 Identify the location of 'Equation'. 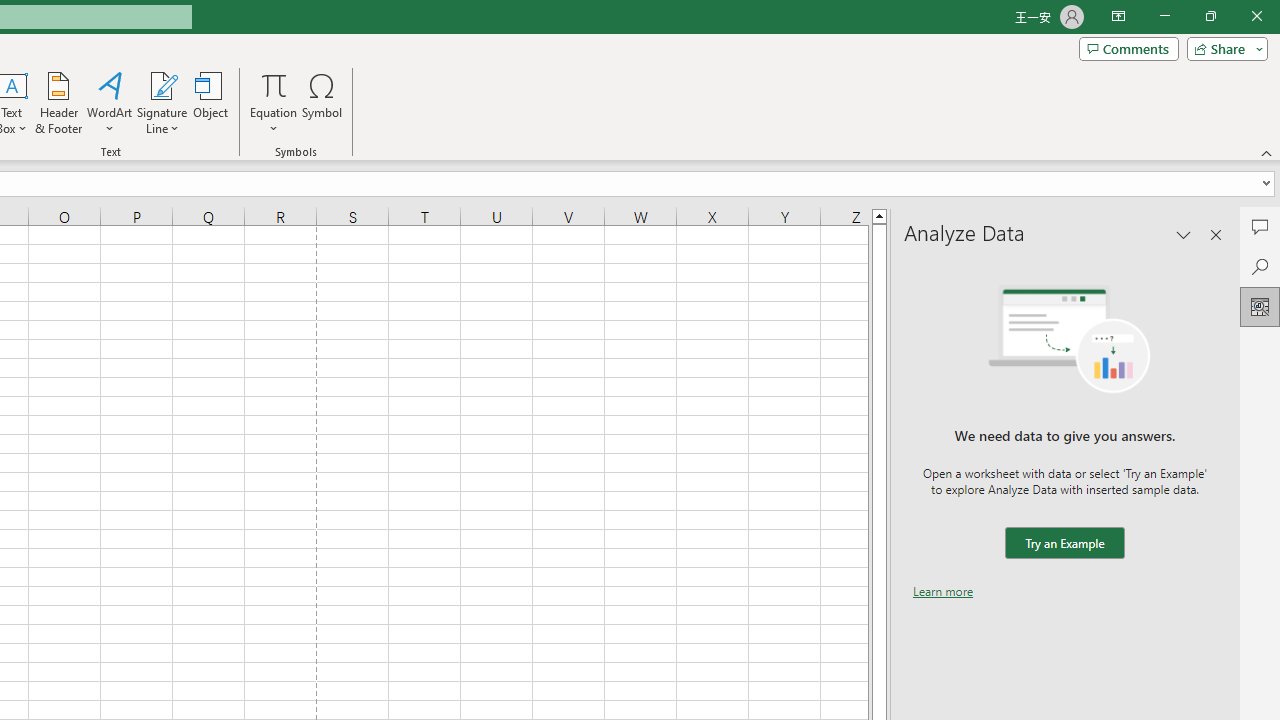
(272, 84).